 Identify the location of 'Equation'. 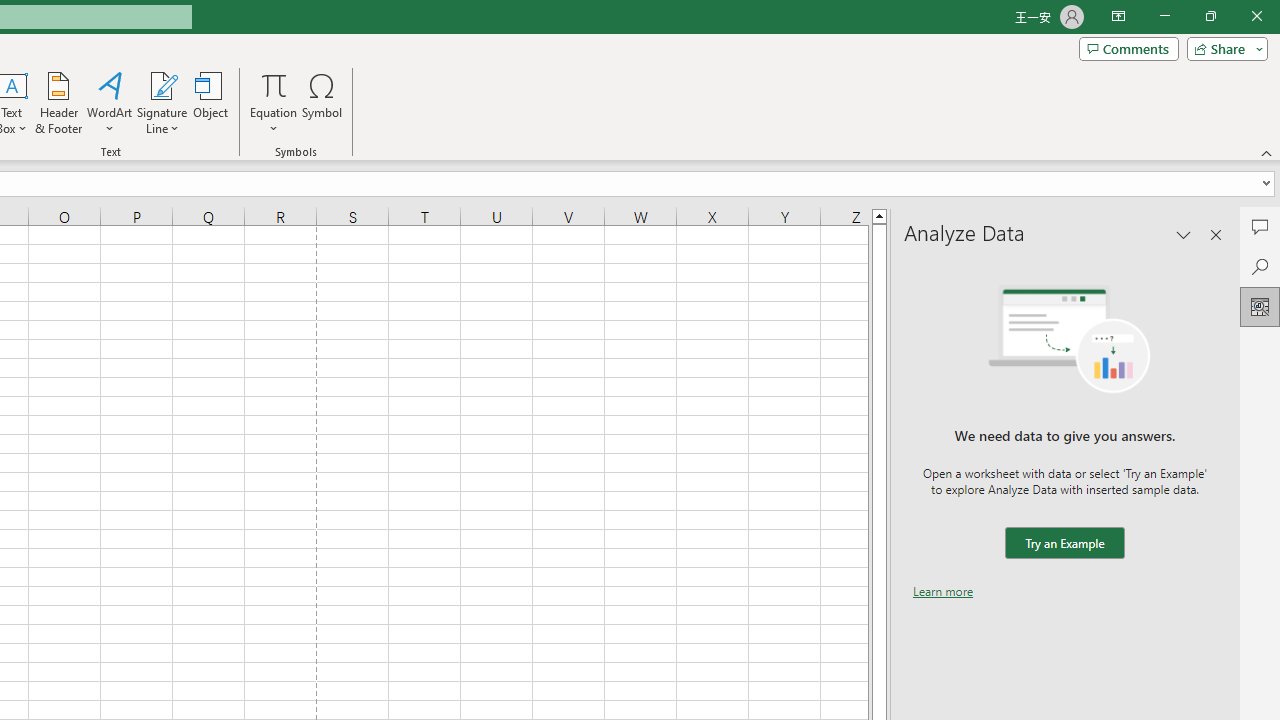
(272, 84).